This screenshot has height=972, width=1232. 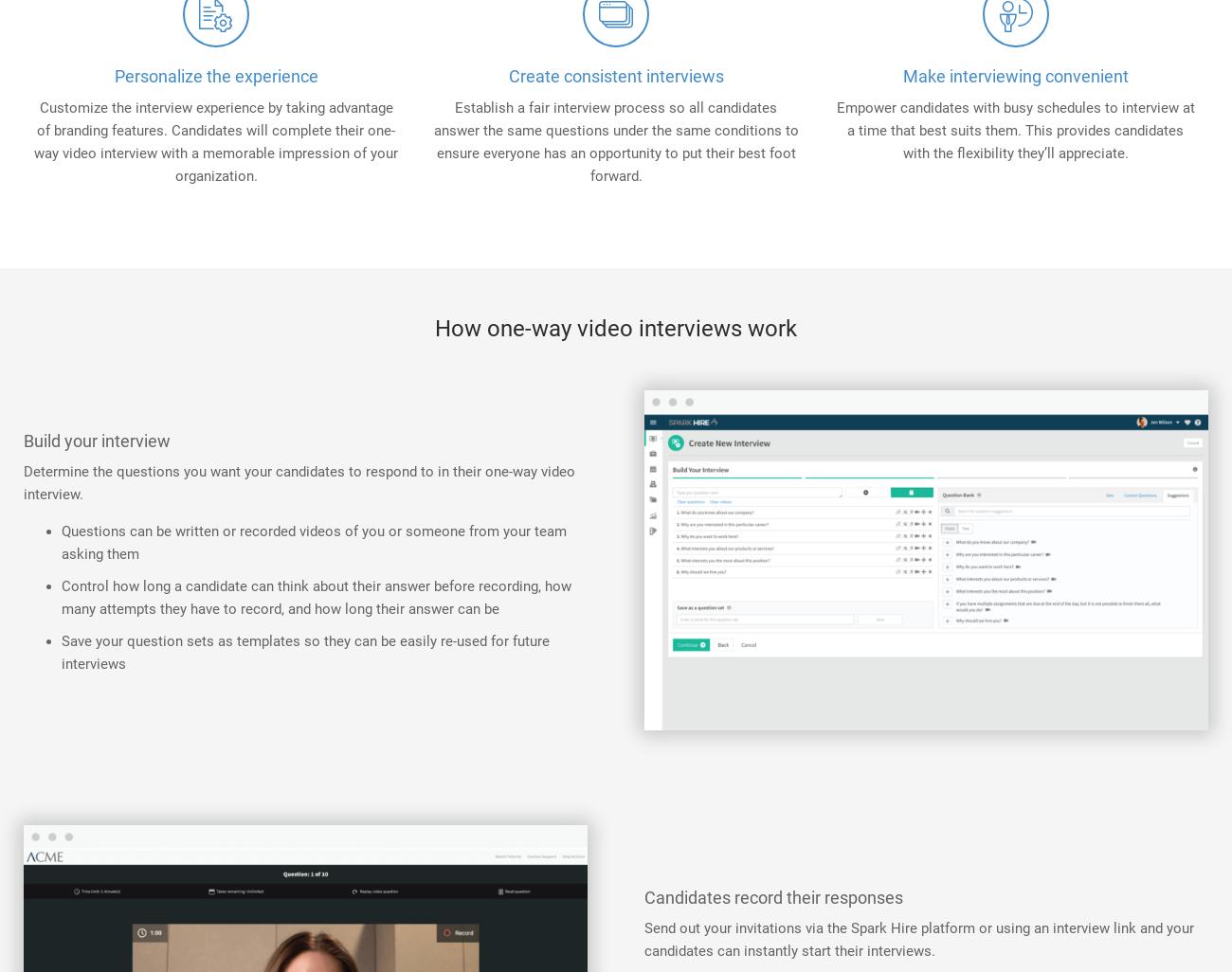 I want to click on 'For Staffing Firms', so click(x=579, y=240).